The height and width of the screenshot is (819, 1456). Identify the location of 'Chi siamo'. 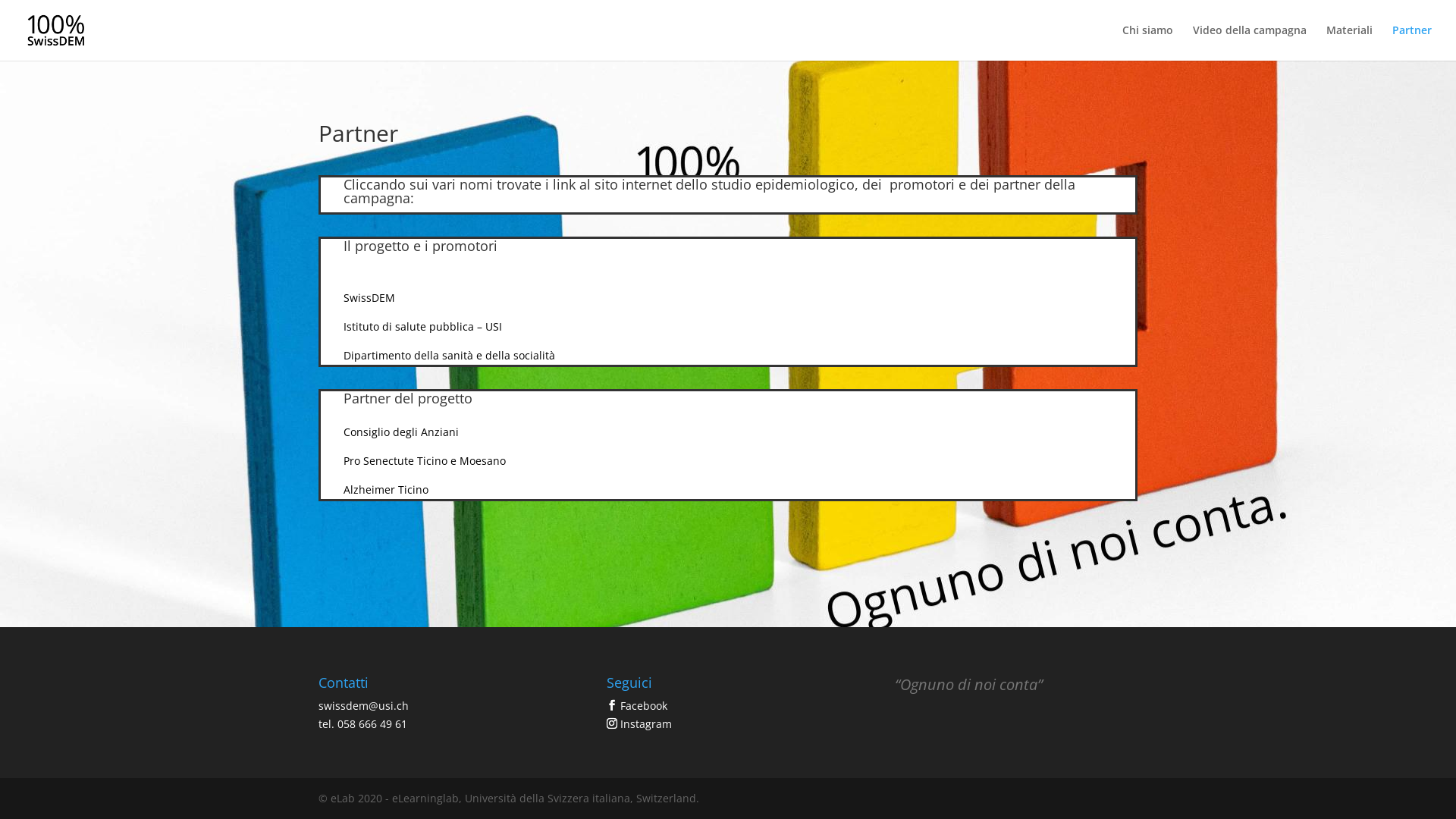
(1147, 42).